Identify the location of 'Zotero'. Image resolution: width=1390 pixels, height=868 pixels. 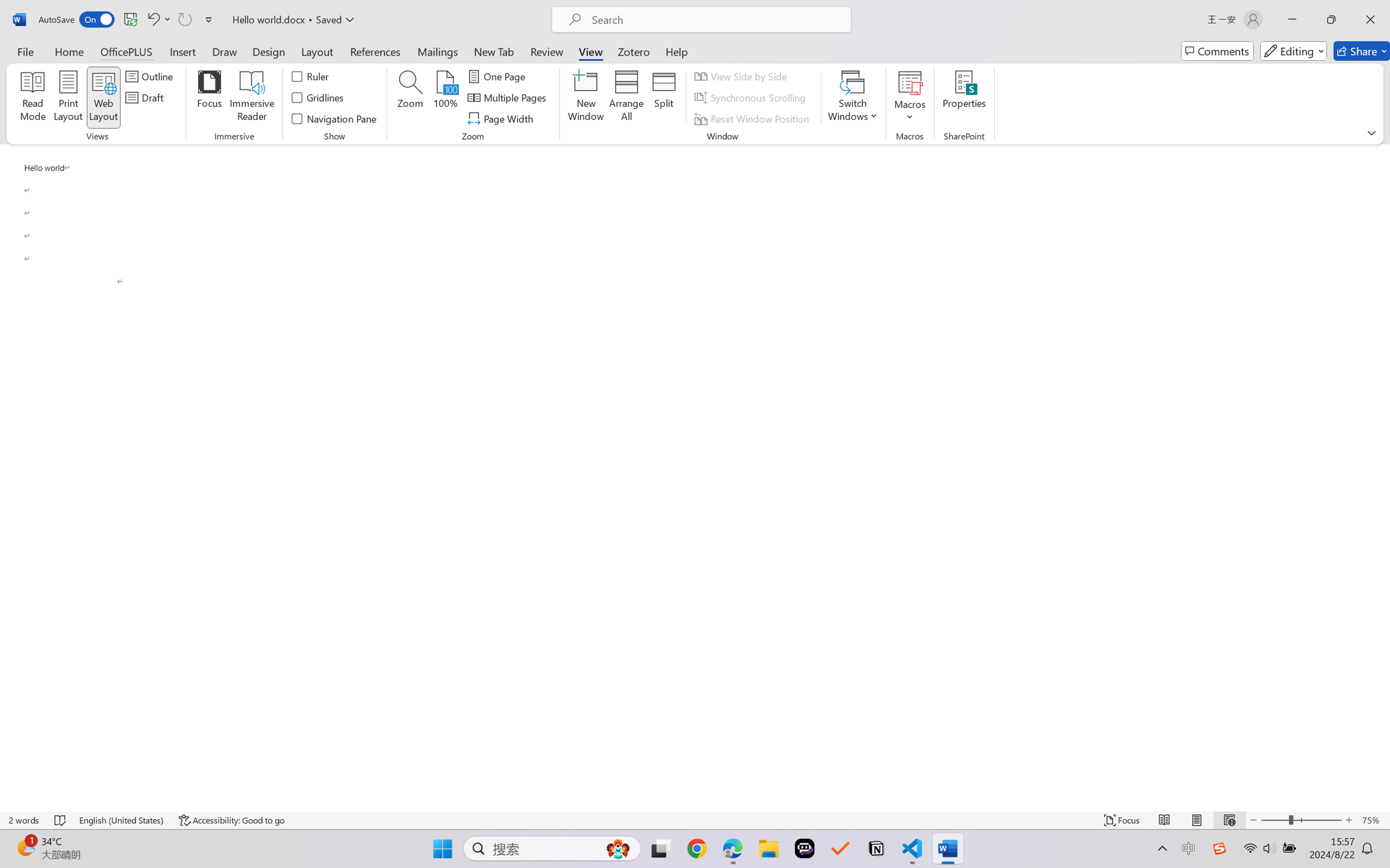
(633, 51).